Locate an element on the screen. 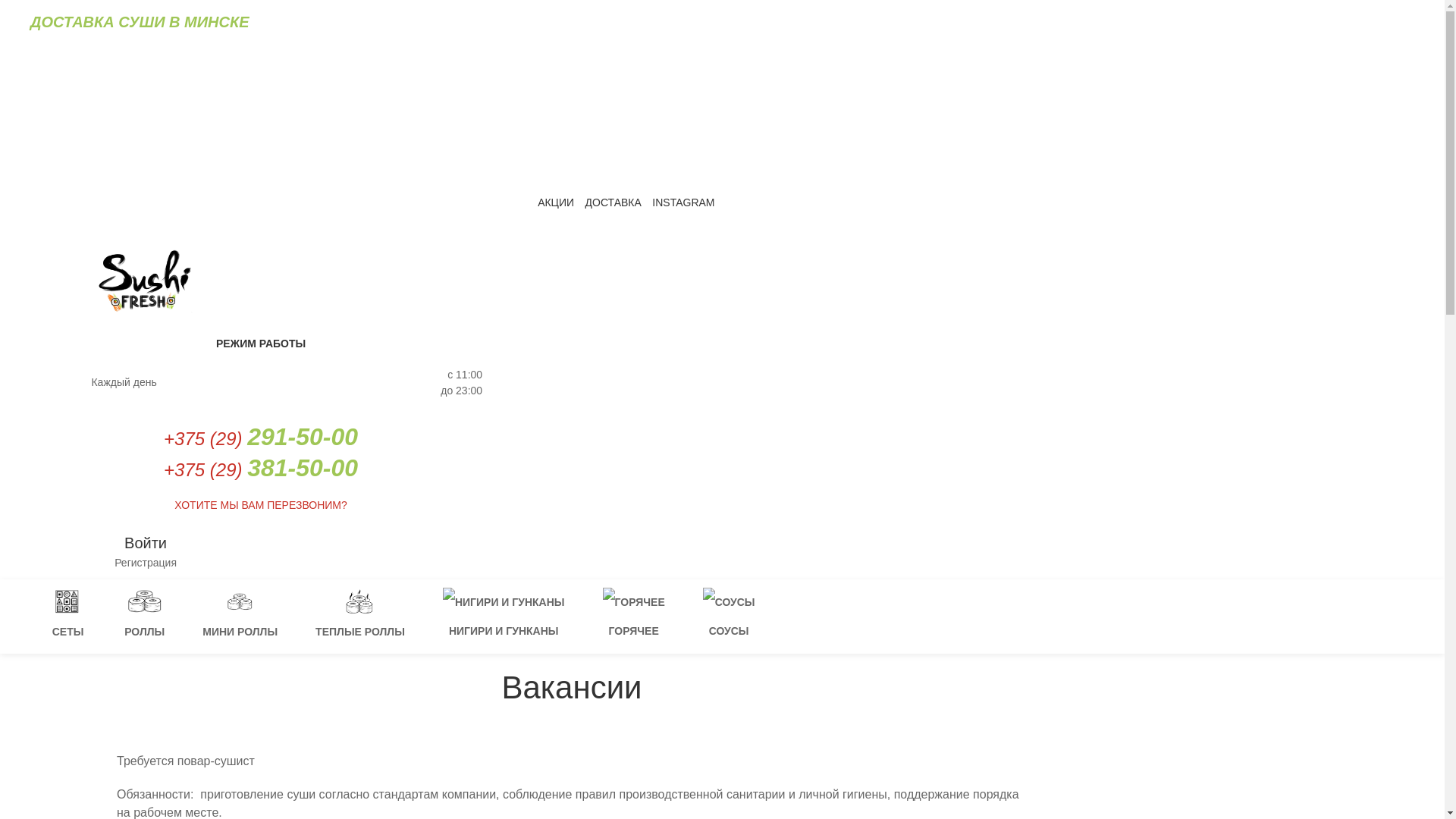  'INSTAGRAM' is located at coordinates (682, 202).